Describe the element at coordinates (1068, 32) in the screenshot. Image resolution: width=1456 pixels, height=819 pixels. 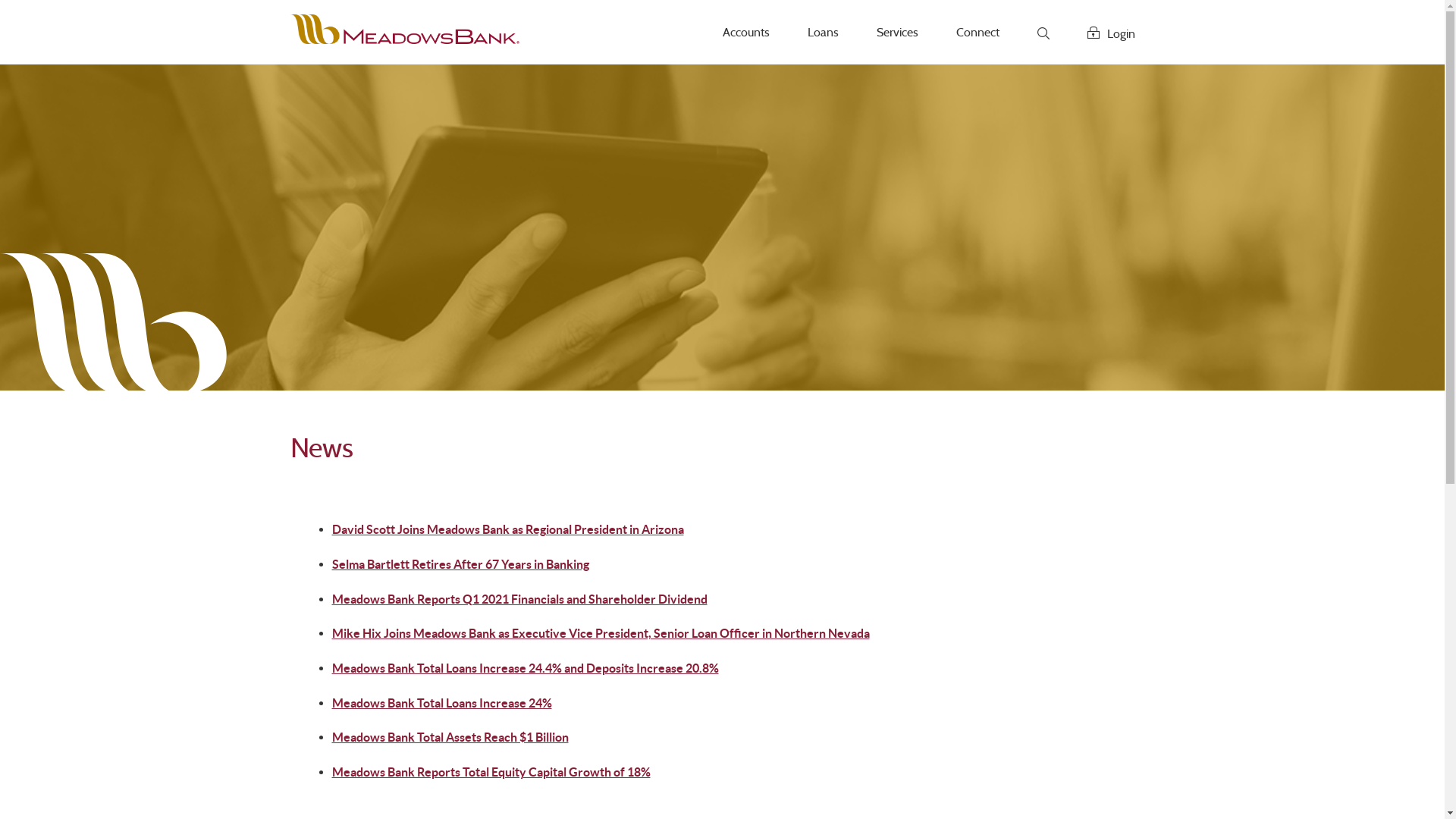
I see `'Login'` at that location.